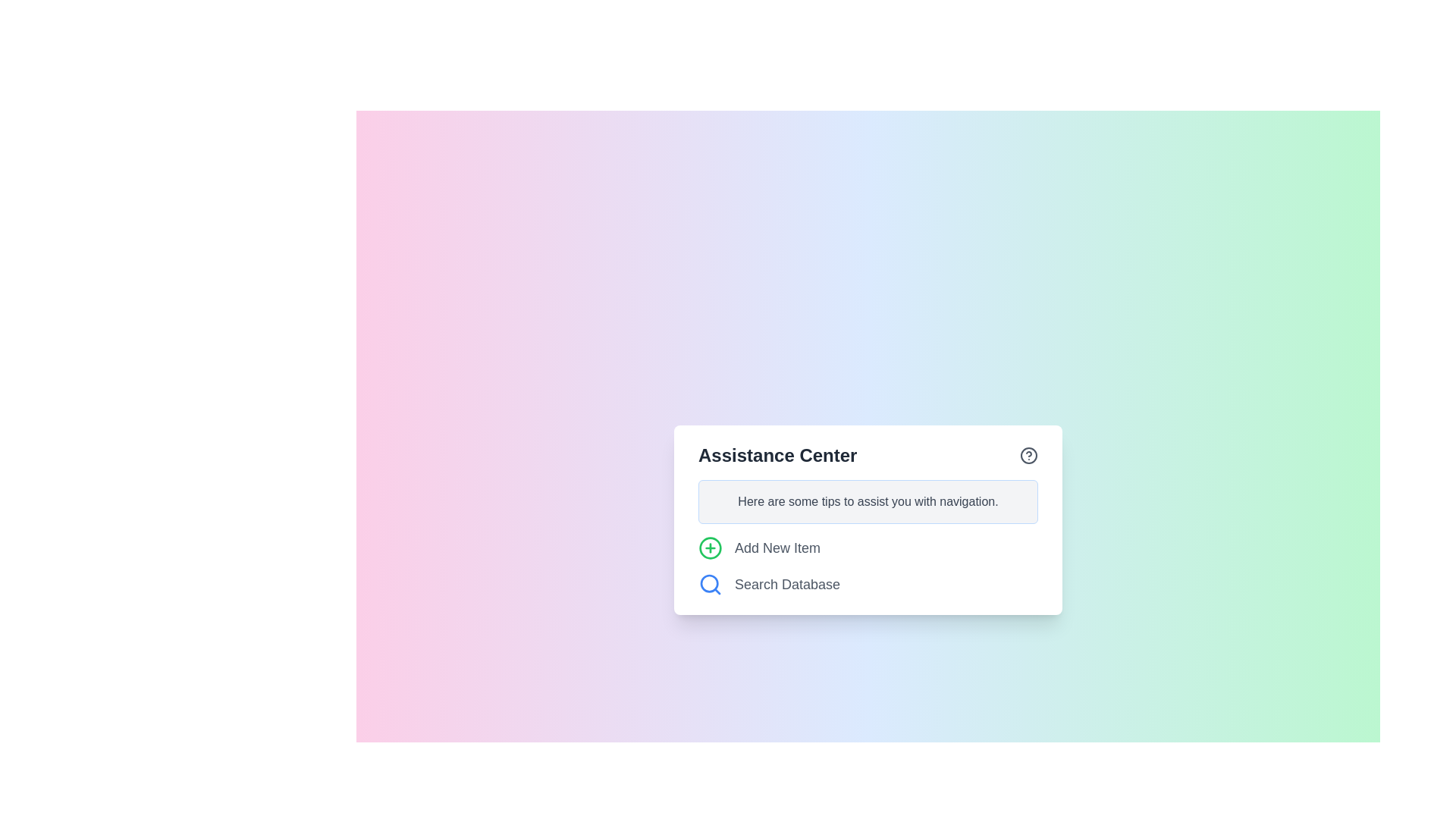 This screenshot has height=819, width=1456. Describe the element at coordinates (1029, 455) in the screenshot. I see `the circular gray icon featuring a question mark symbol, located prominently to the top-right of the 'Assistance Center' box` at that location.